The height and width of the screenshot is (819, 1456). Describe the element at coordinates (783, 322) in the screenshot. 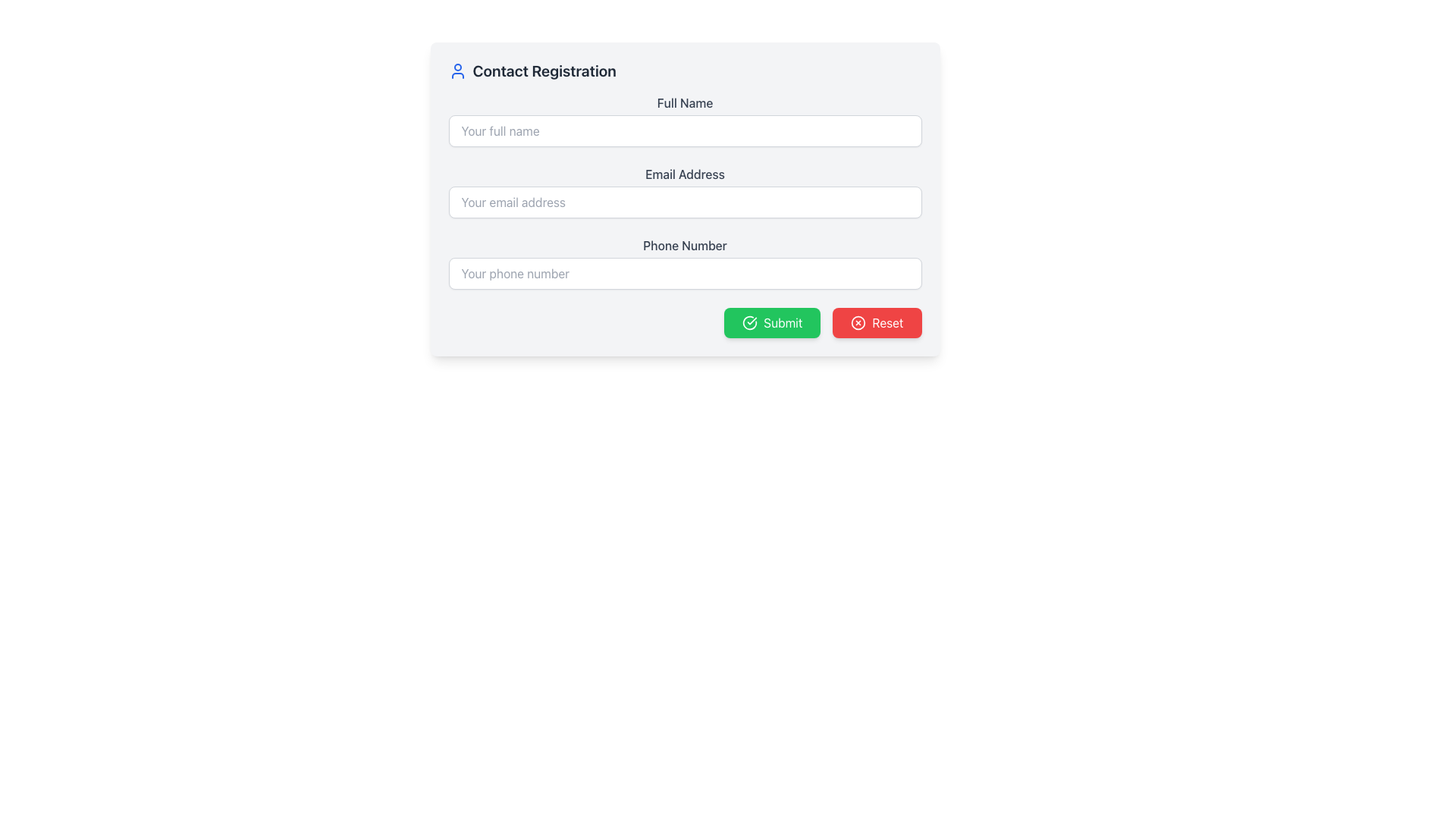

I see `text of the 'Submit' button, which is located in the lower-right corner of the form layout and is adjacent to the red 'Reset' button` at that location.